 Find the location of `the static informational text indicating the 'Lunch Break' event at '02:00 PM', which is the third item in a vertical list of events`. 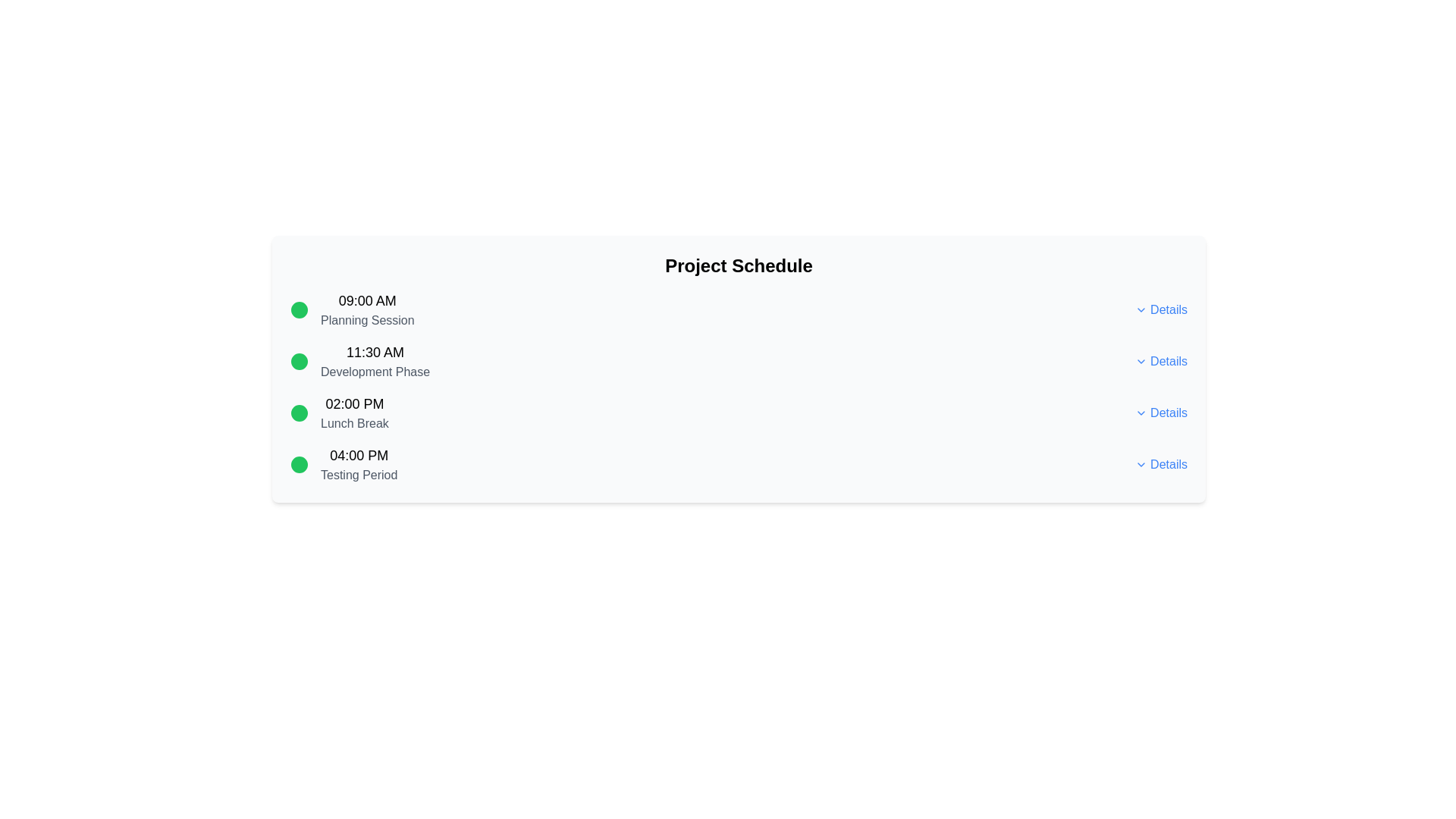

the static informational text indicating the 'Lunch Break' event at '02:00 PM', which is the third item in a vertical list of events is located at coordinates (353, 413).